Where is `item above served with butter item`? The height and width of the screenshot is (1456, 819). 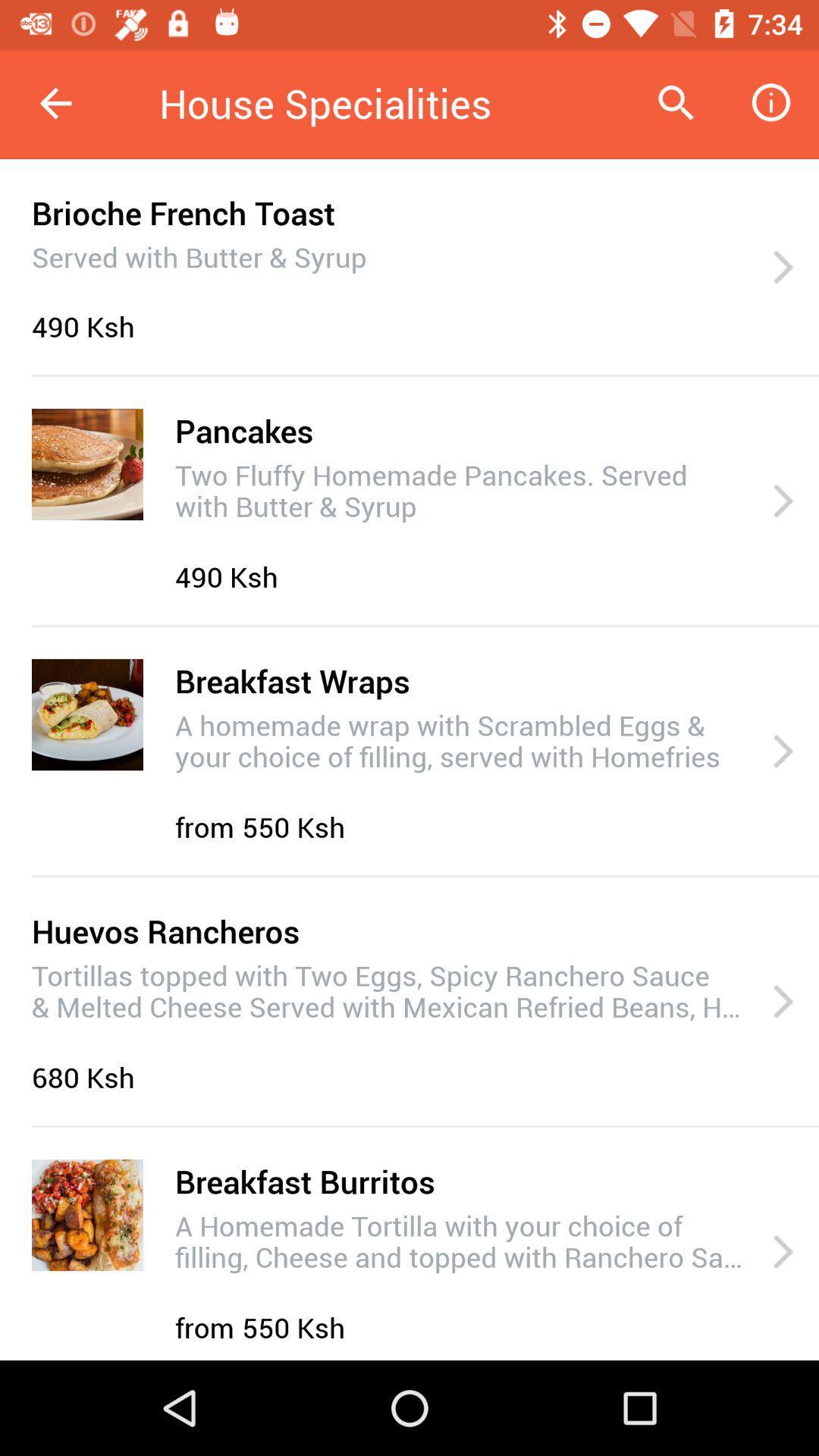 item above served with butter item is located at coordinates (182, 212).